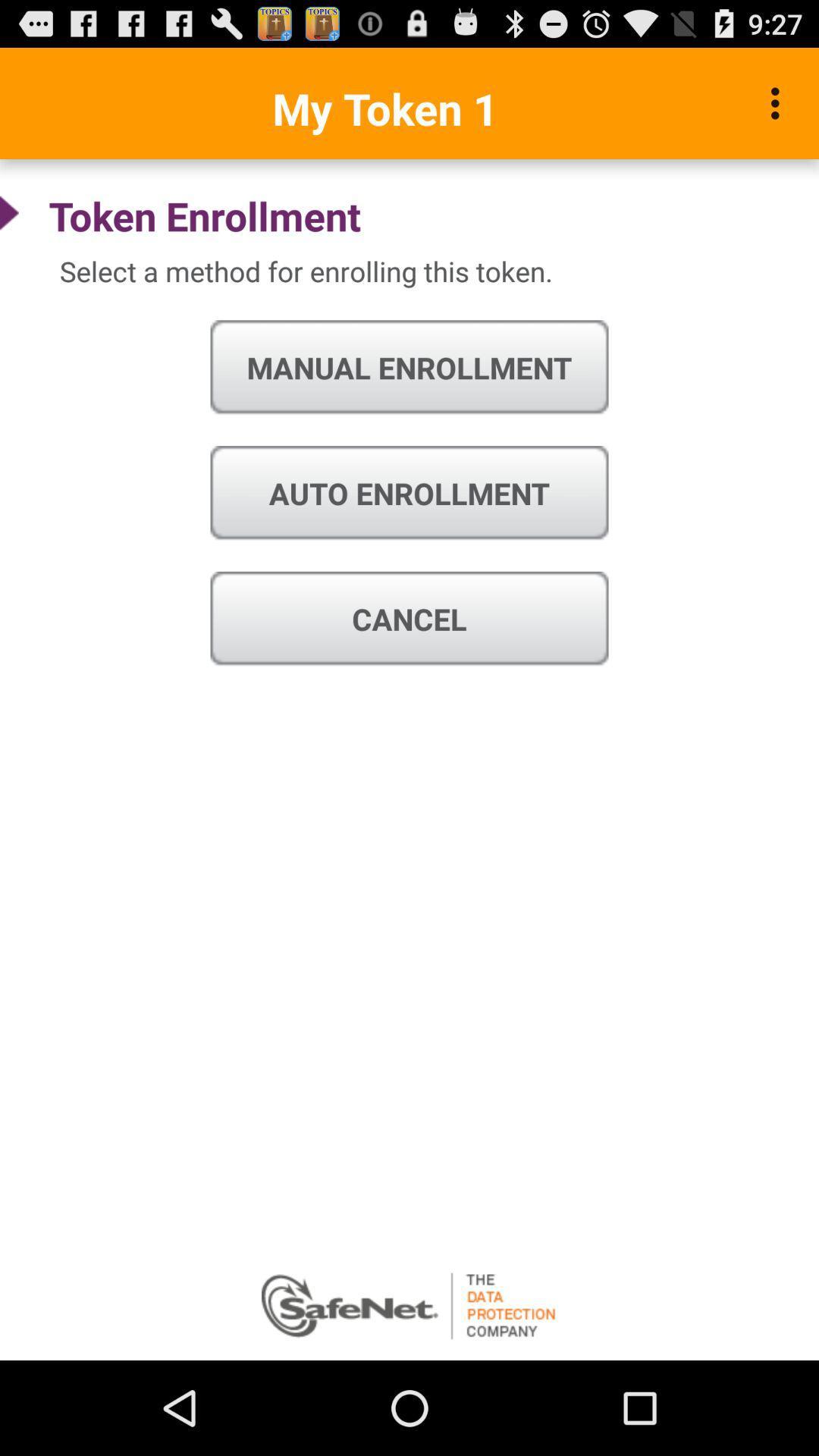 This screenshot has width=819, height=1456. Describe the element at coordinates (409, 368) in the screenshot. I see `icon above auto enrollment` at that location.